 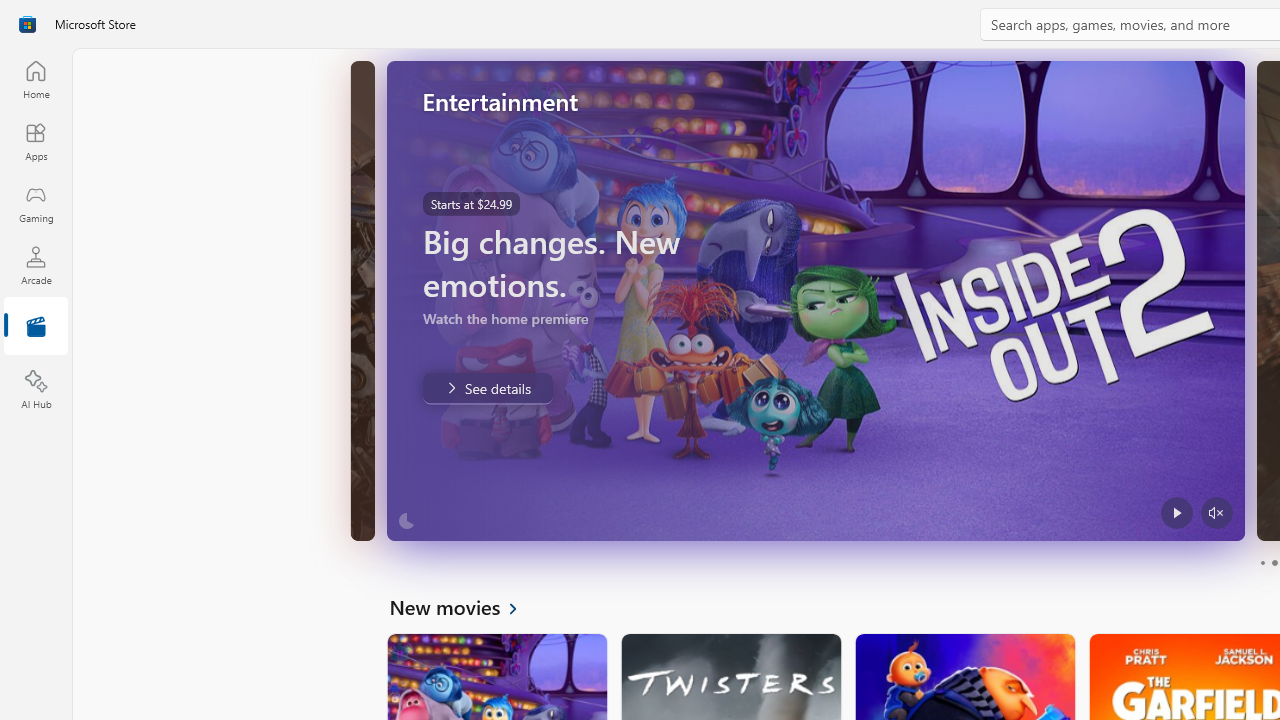 I want to click on 'Home', so click(x=35, y=78).